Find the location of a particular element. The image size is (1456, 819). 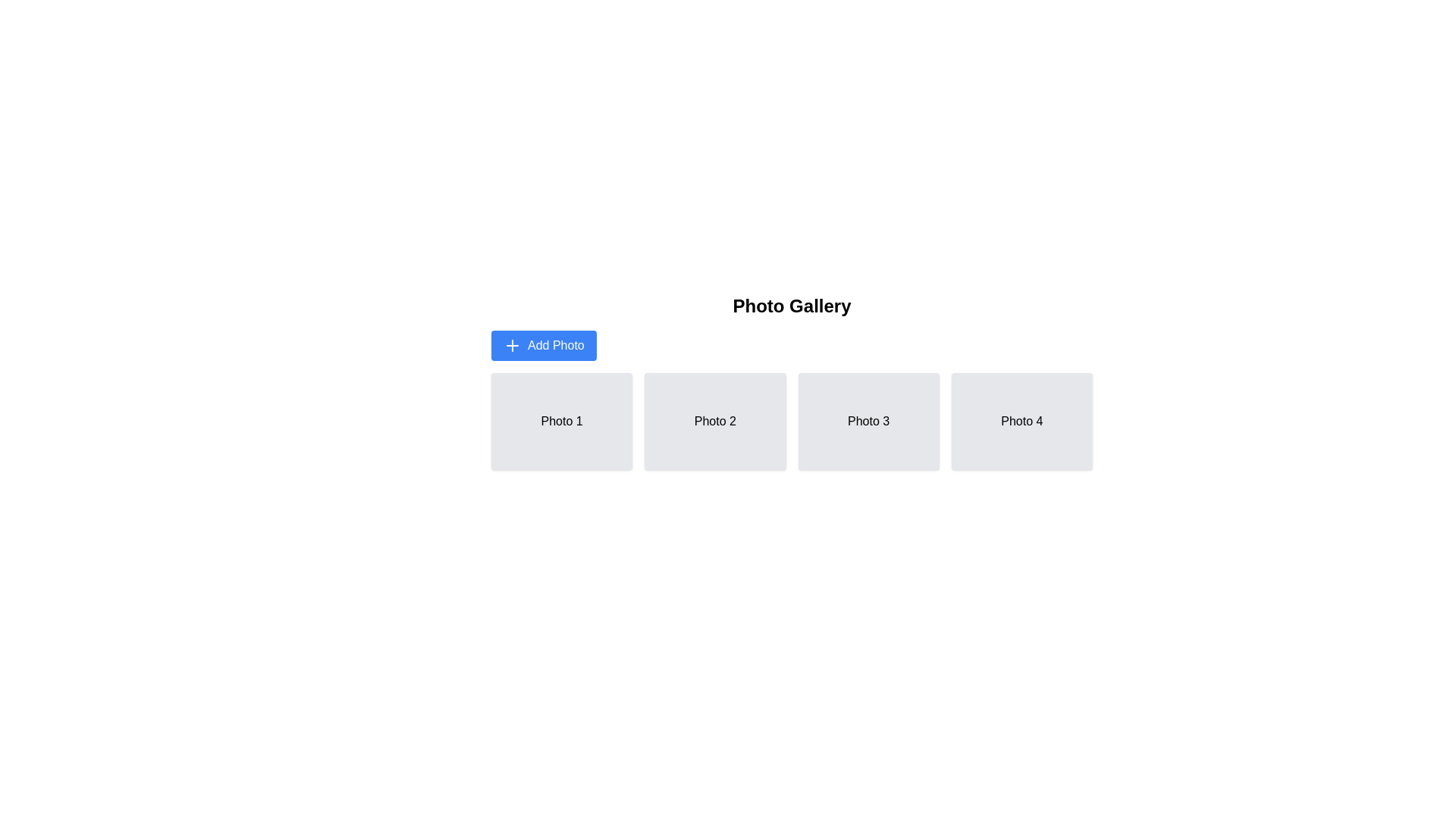

the small blue circular icon with a white cross, located to the left of the 'Add Photo' button is located at coordinates (513, 345).